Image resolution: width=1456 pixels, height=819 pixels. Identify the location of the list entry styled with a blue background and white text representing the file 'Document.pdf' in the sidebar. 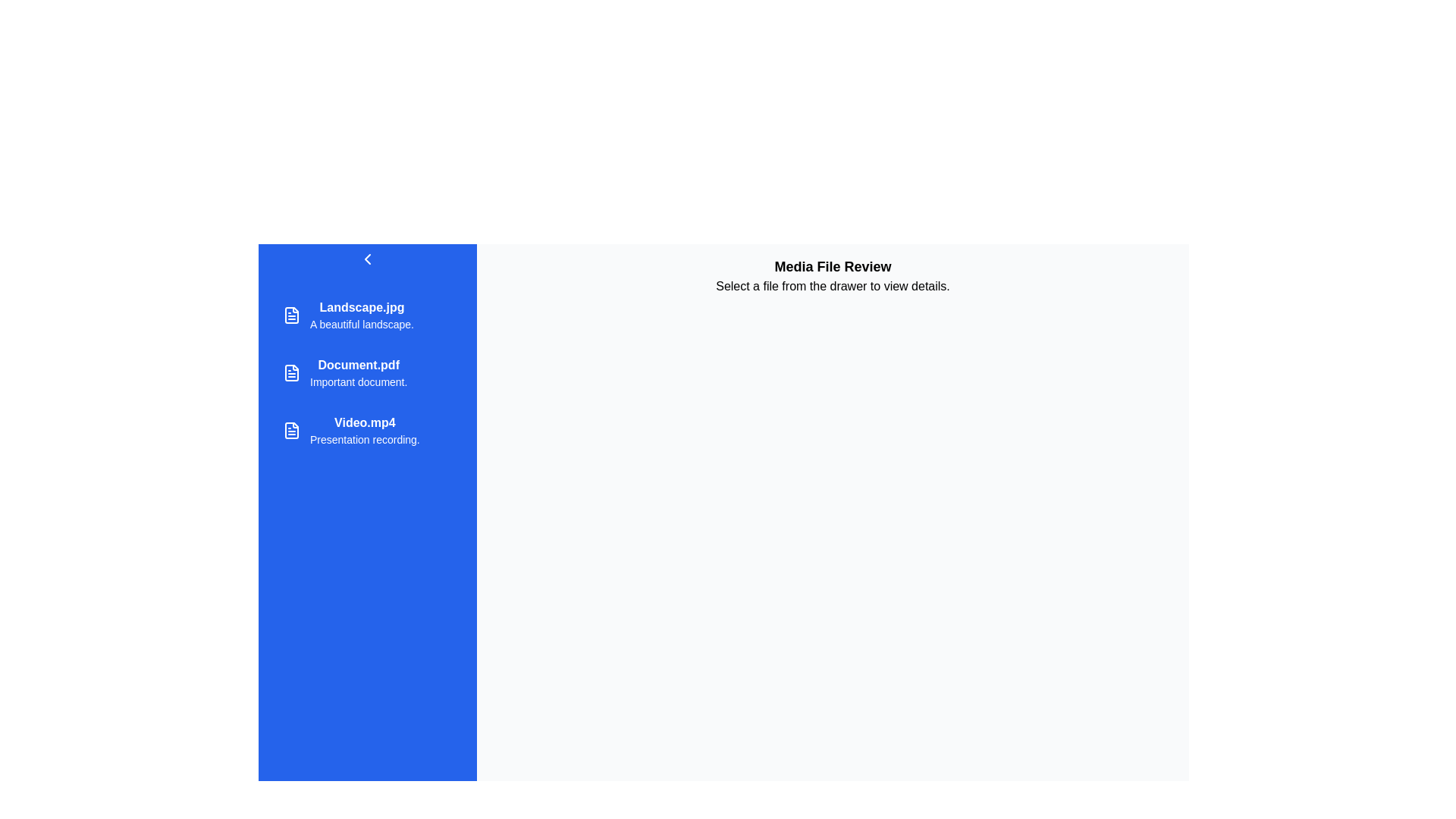
(367, 373).